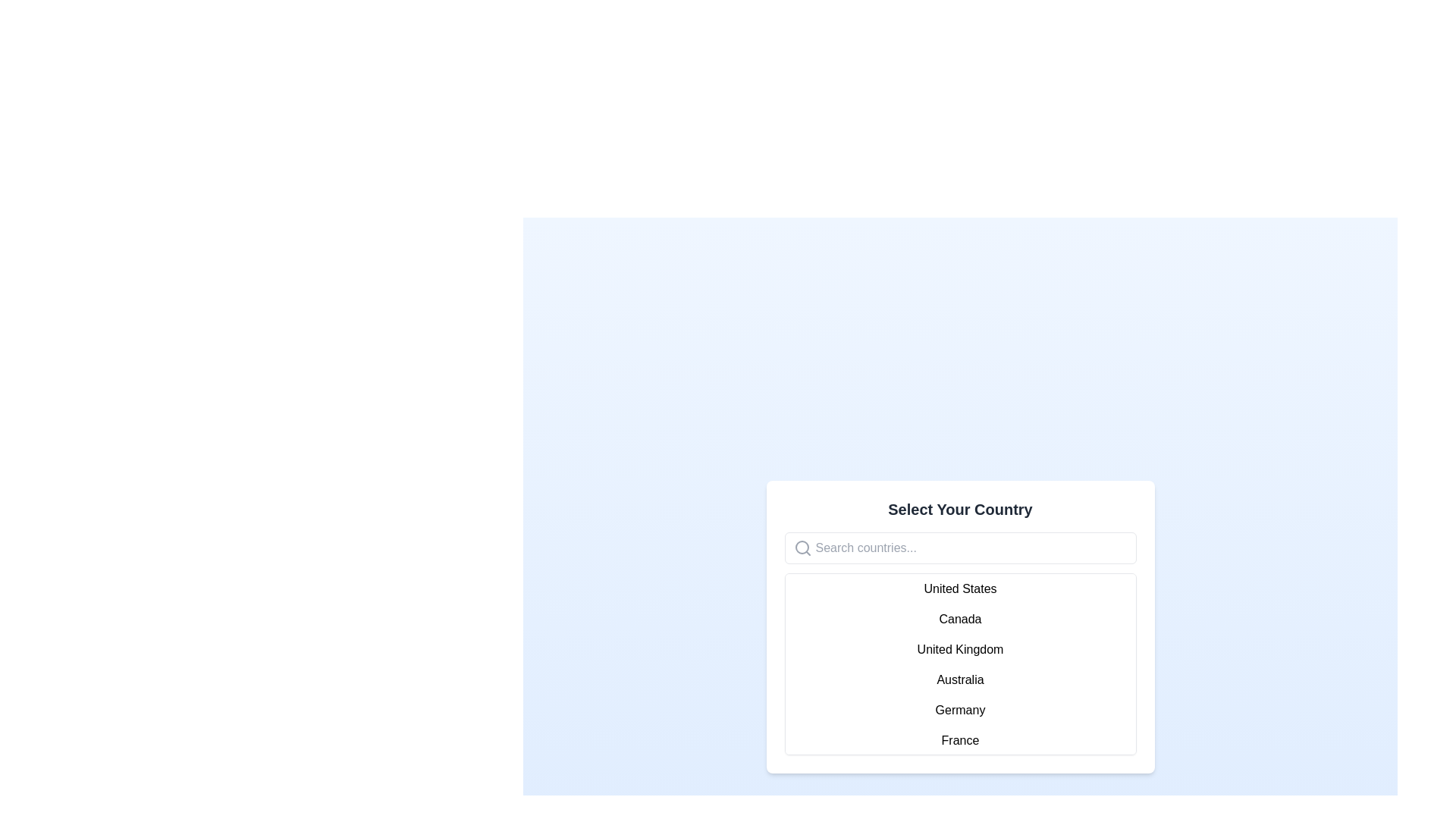  What do you see at coordinates (959, 739) in the screenshot?
I see `the selectable text item labeled 'France' within the dropdown list` at bounding box center [959, 739].